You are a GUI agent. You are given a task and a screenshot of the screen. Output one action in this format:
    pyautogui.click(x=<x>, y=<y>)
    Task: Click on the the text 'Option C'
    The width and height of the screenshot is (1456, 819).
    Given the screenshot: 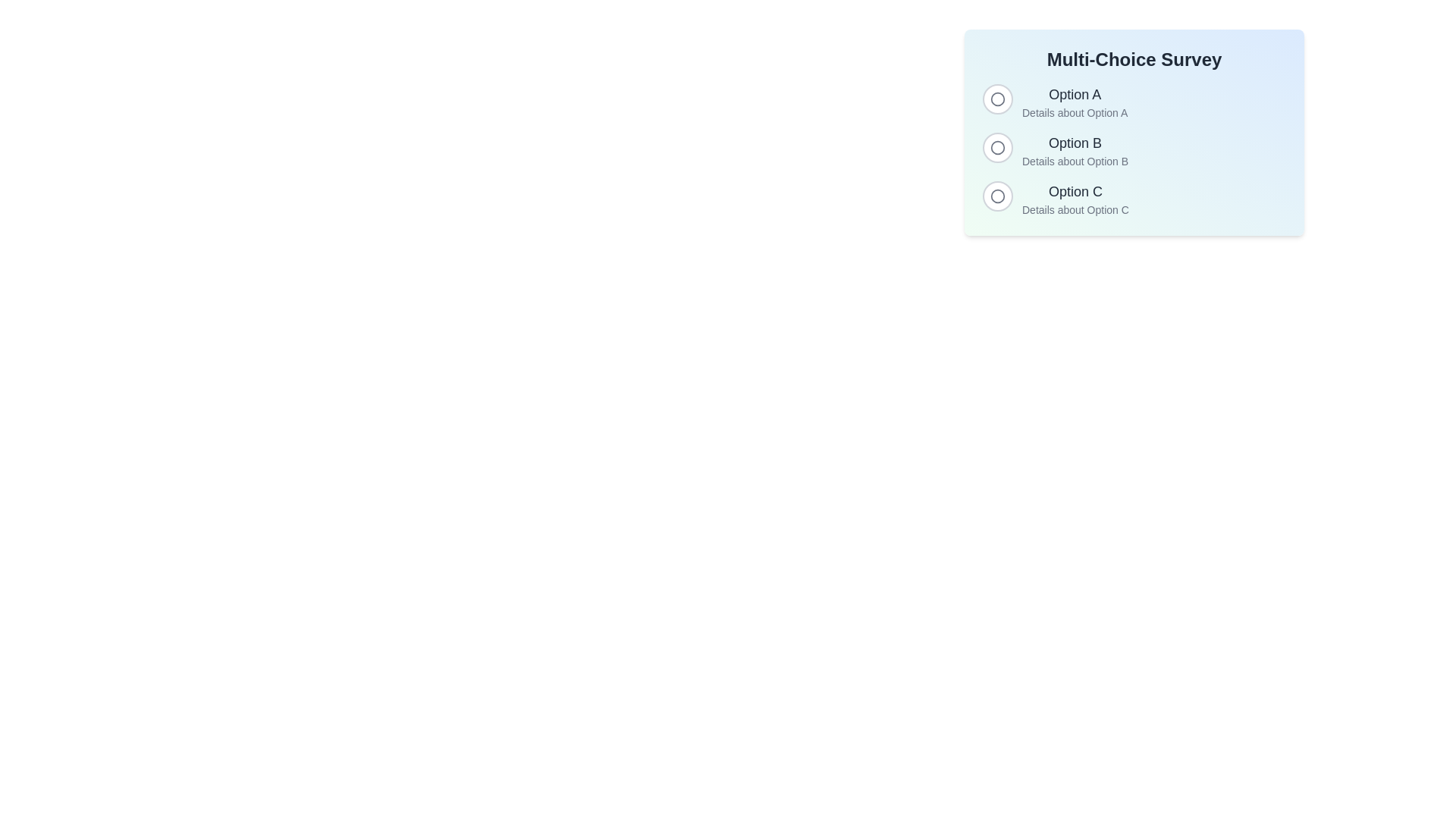 What is the action you would take?
    pyautogui.click(x=1055, y=198)
    